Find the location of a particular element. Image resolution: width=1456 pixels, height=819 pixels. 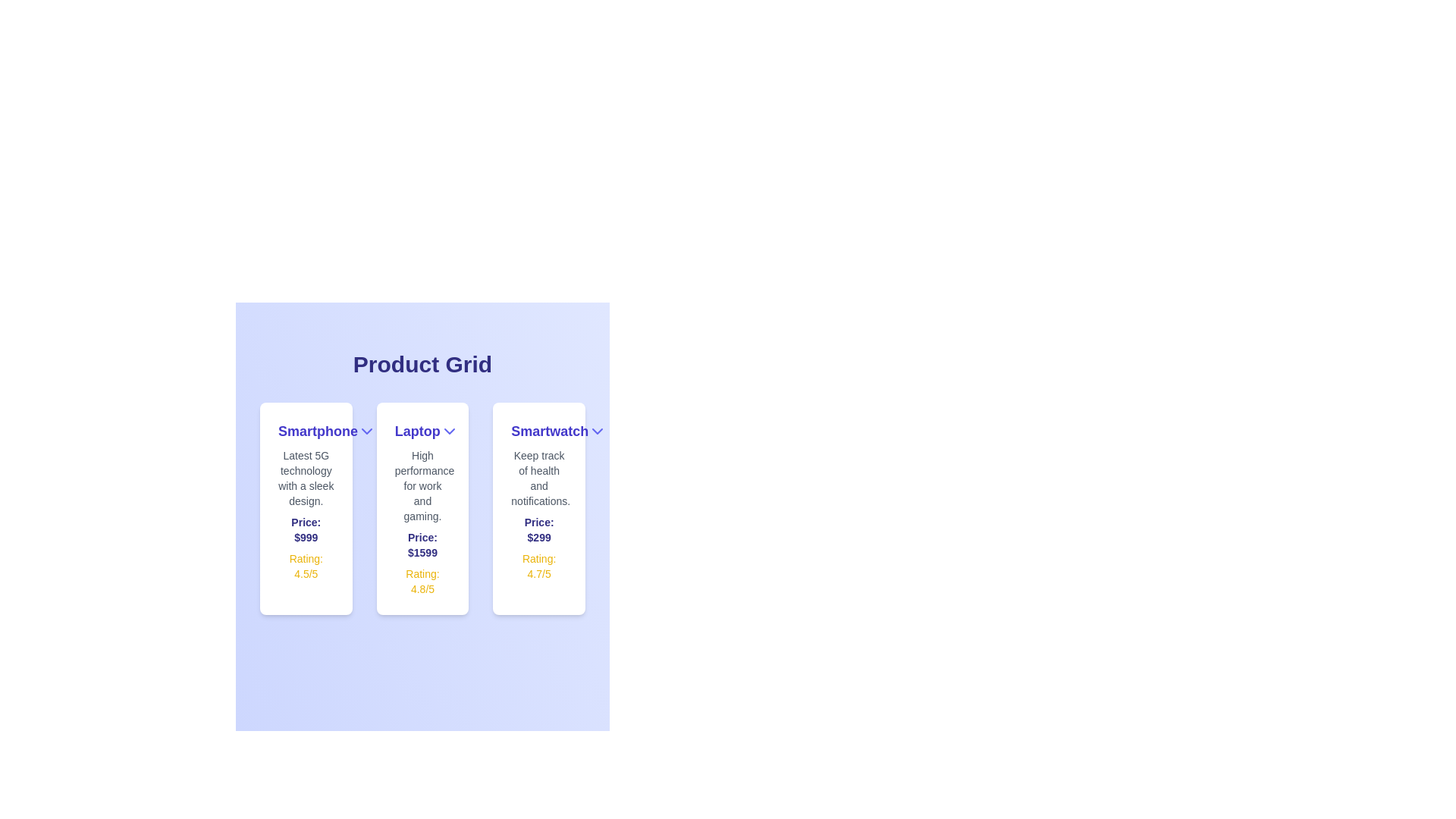

the text label displaying 'Price: $299' in bold indigo color, located within the details panel of the product card for the Smartwatch is located at coordinates (539, 529).